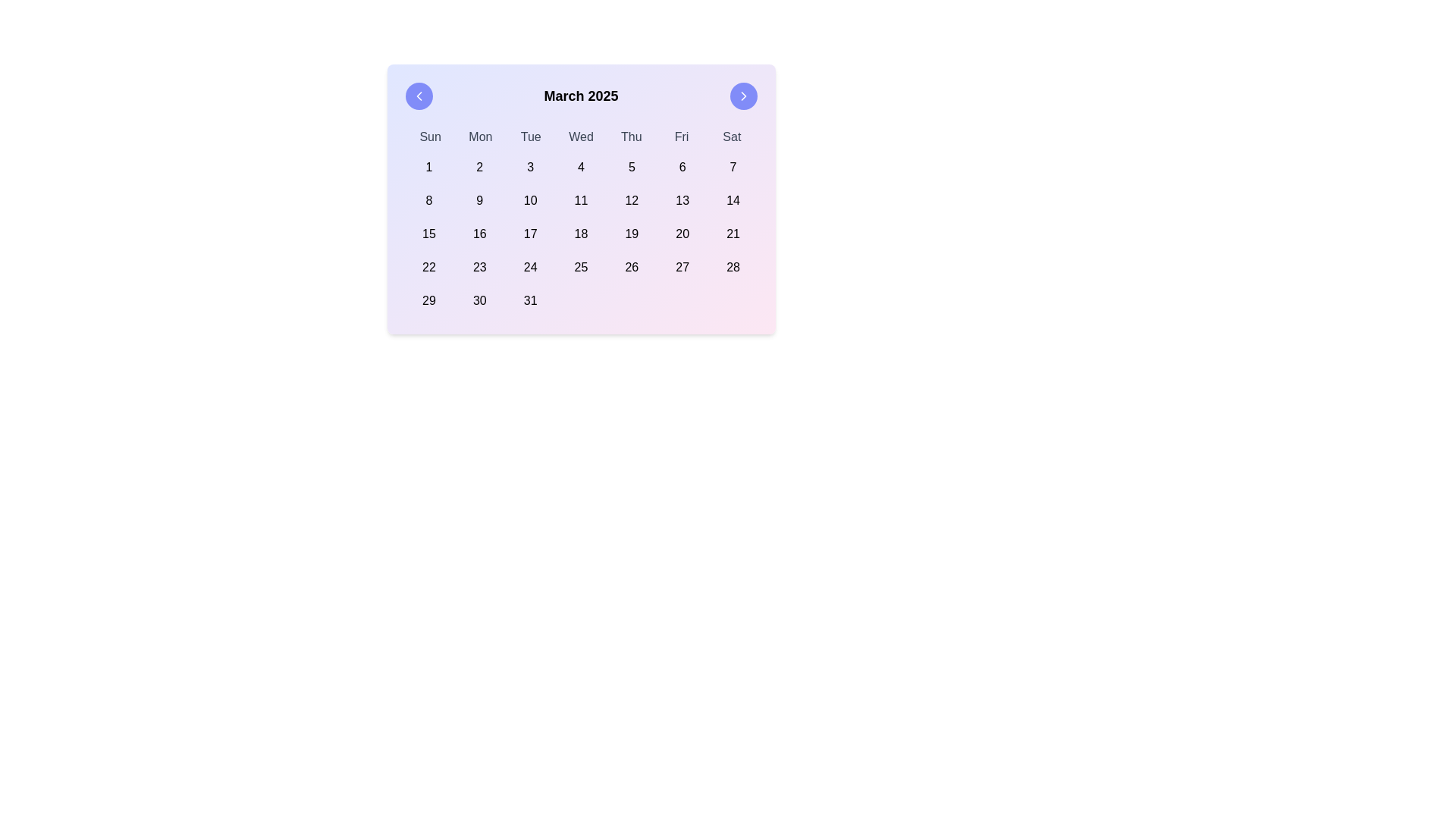 The width and height of the screenshot is (1456, 819). Describe the element at coordinates (580, 167) in the screenshot. I see `the rounded rectangular button labeled '4'` at that location.